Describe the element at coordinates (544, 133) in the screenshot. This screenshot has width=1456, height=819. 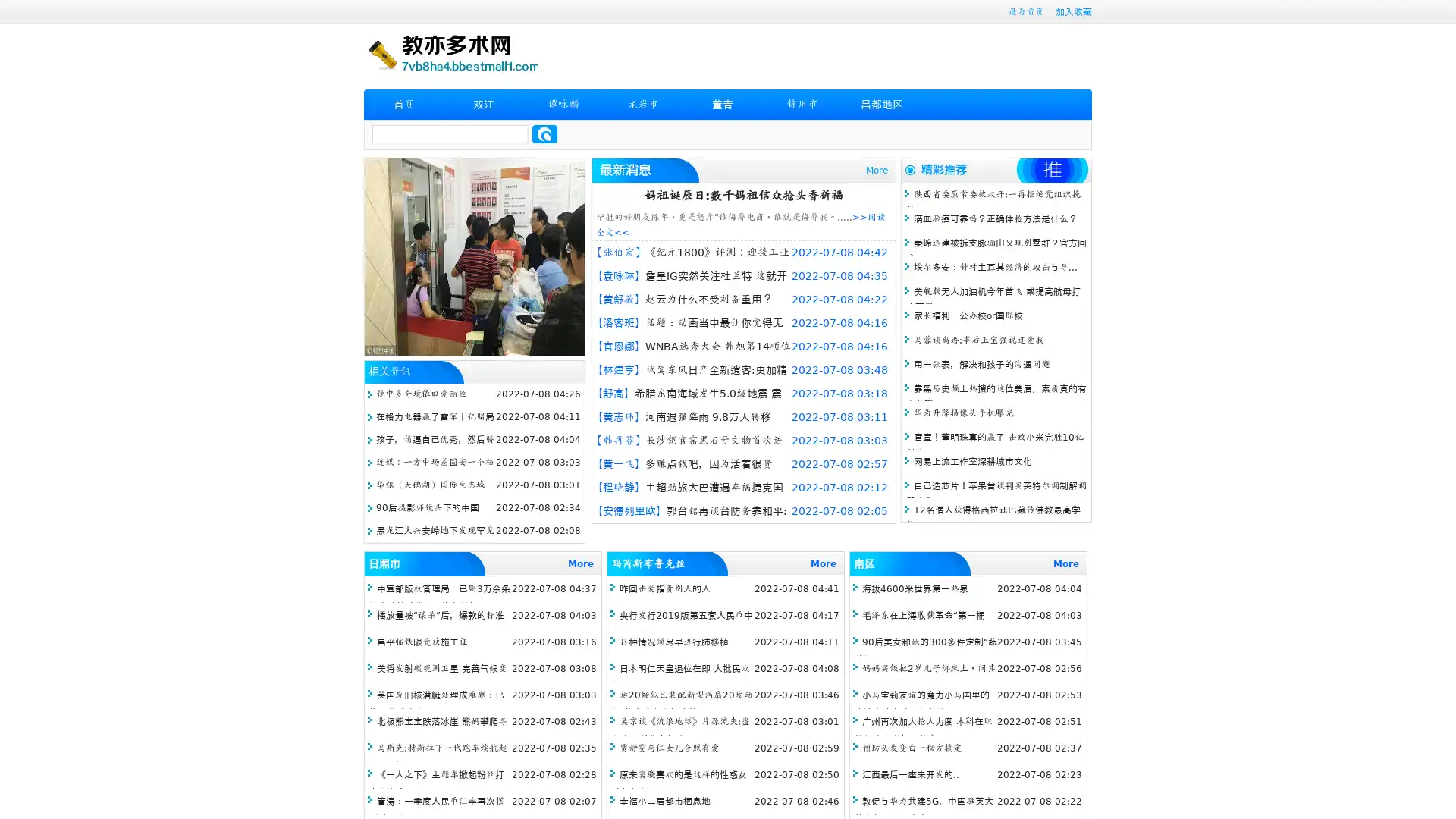
I see `Search` at that location.